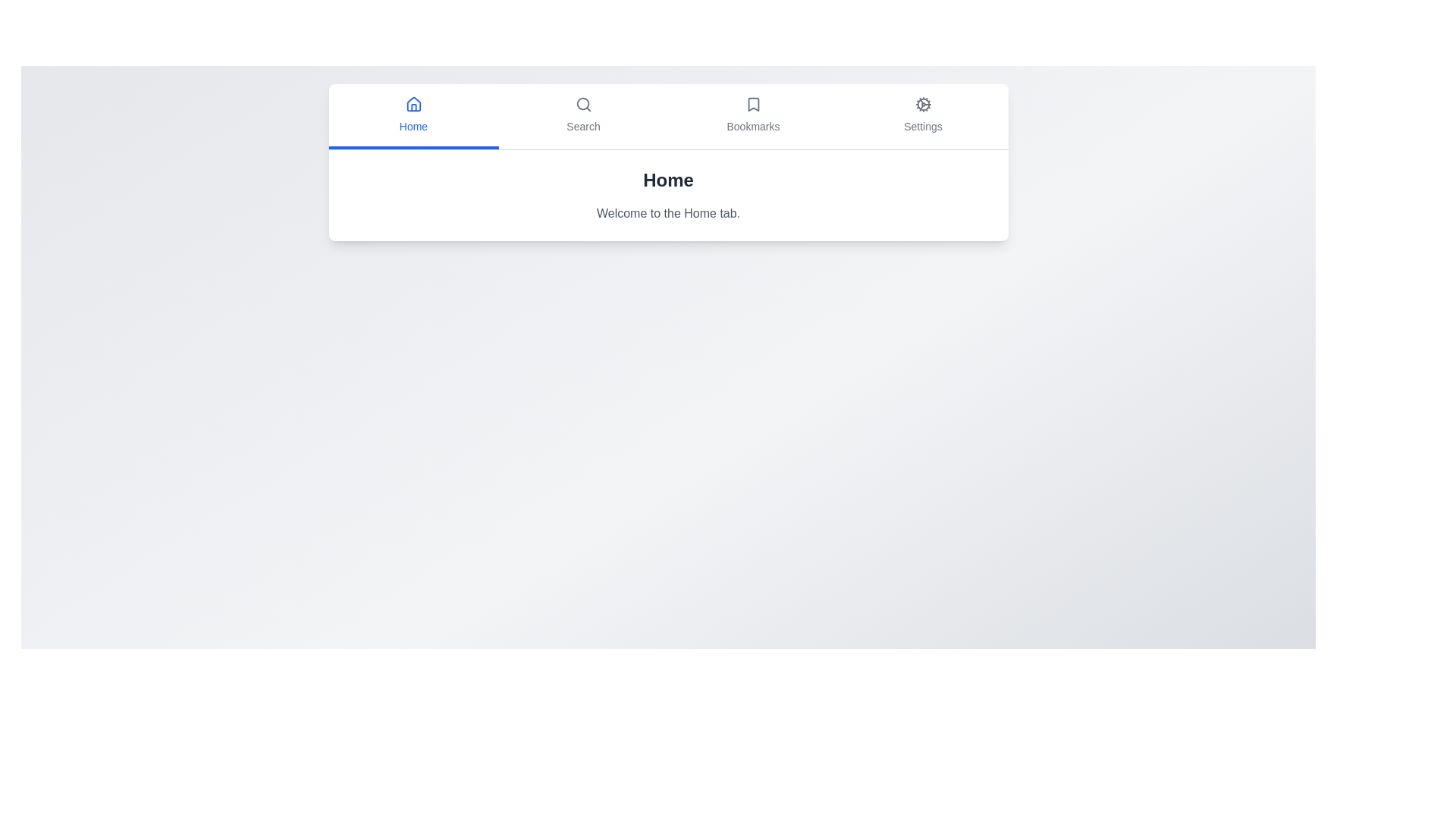 This screenshot has height=819, width=1456. Describe the element at coordinates (413, 116) in the screenshot. I see `the Home tab by clicking on its button` at that location.